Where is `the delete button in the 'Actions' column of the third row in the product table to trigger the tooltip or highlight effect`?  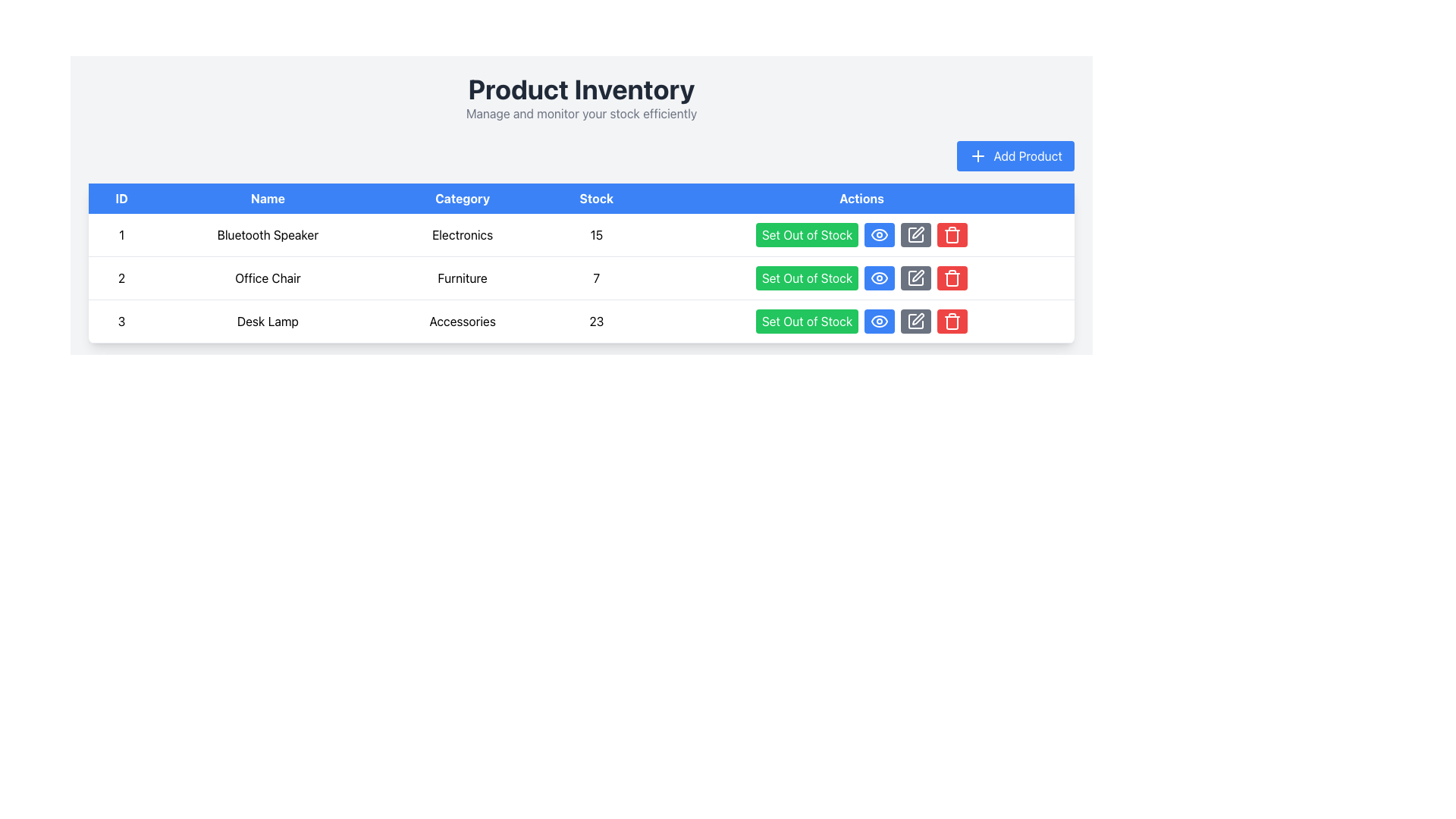
the delete button in the 'Actions' column of the third row in the product table to trigger the tooltip or highlight effect is located at coordinates (952, 321).